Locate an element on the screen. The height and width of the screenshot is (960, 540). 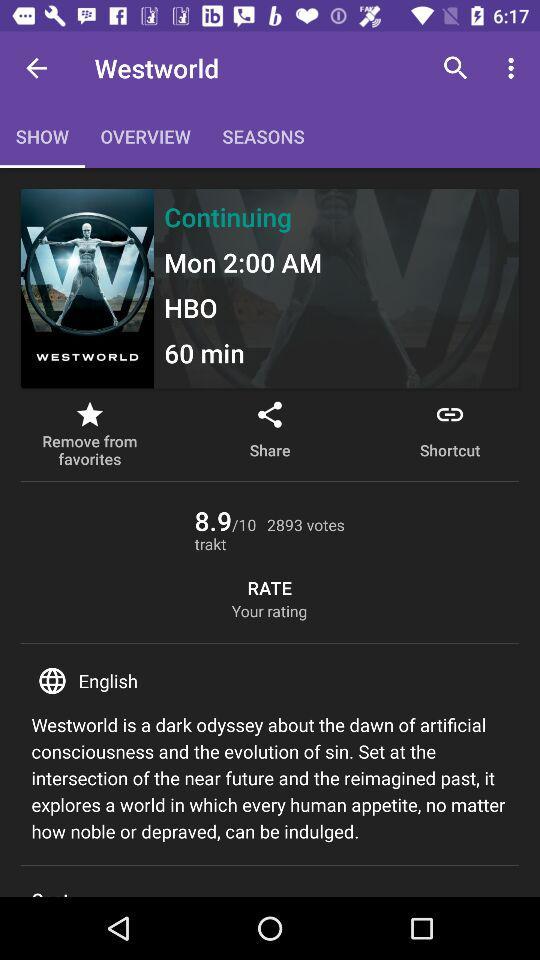
option right to overview option is located at coordinates (264, 135).